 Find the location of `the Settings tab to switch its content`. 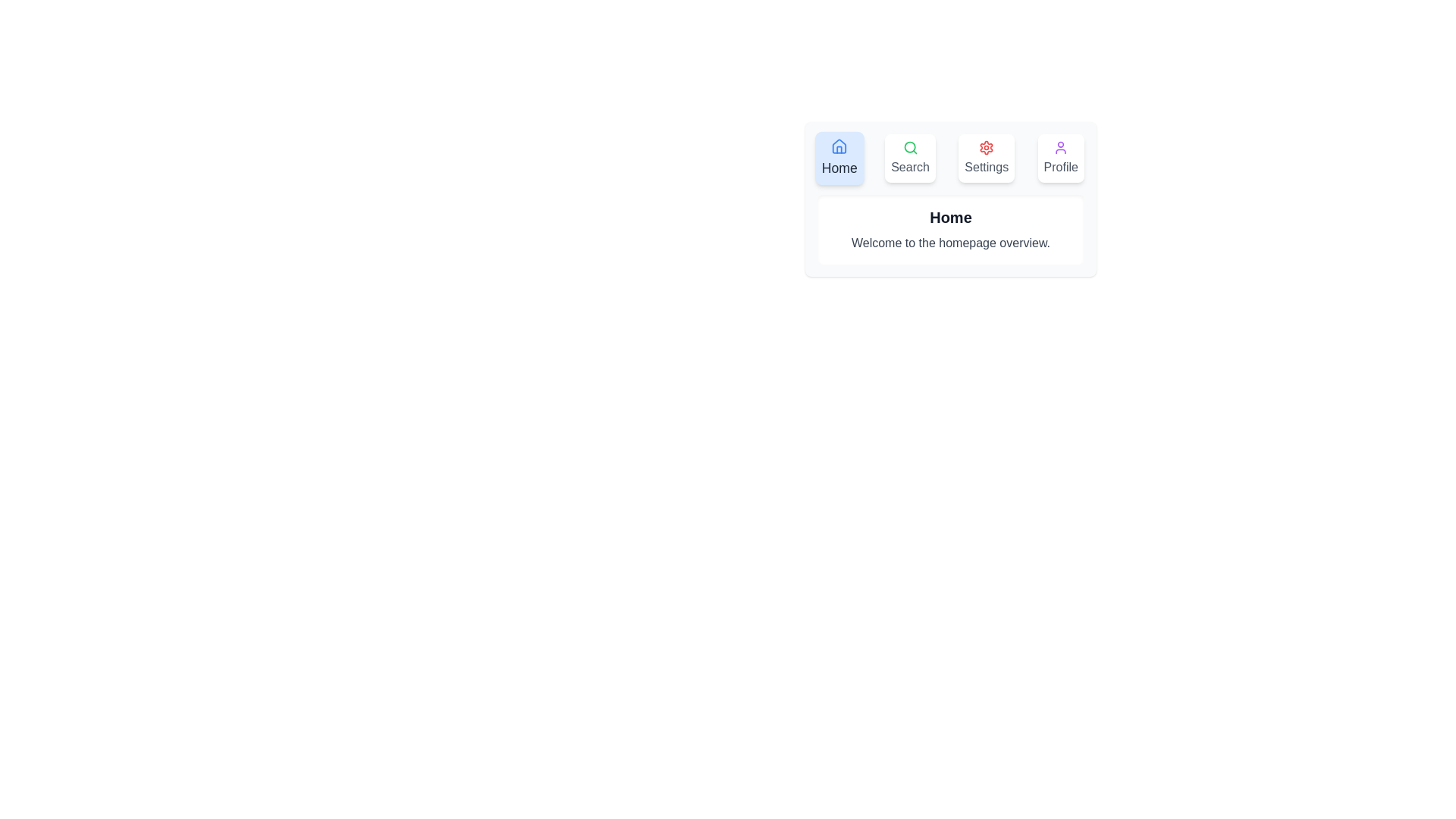

the Settings tab to switch its content is located at coordinates (987, 158).